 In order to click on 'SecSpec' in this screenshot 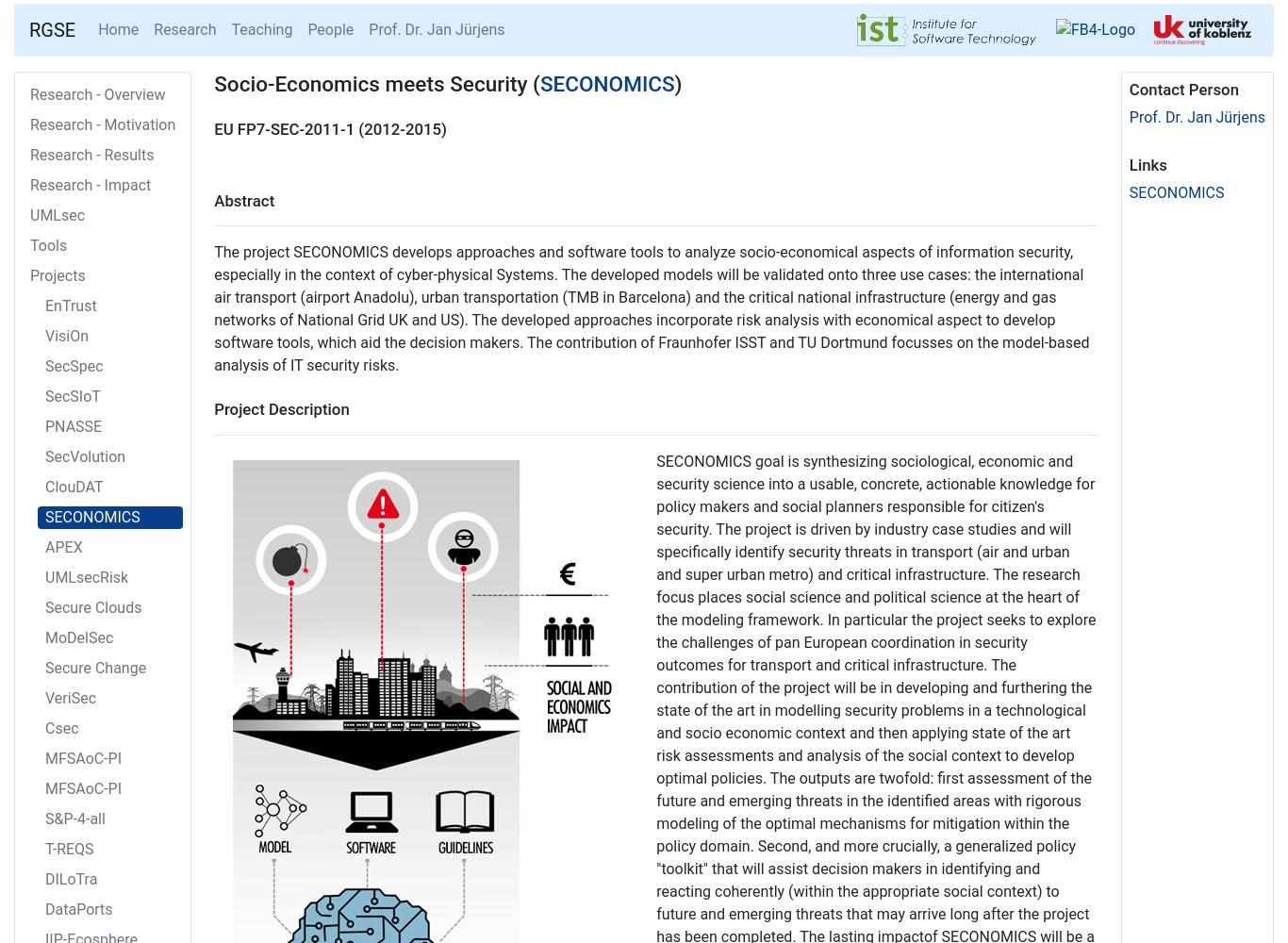, I will do `click(44, 366)`.